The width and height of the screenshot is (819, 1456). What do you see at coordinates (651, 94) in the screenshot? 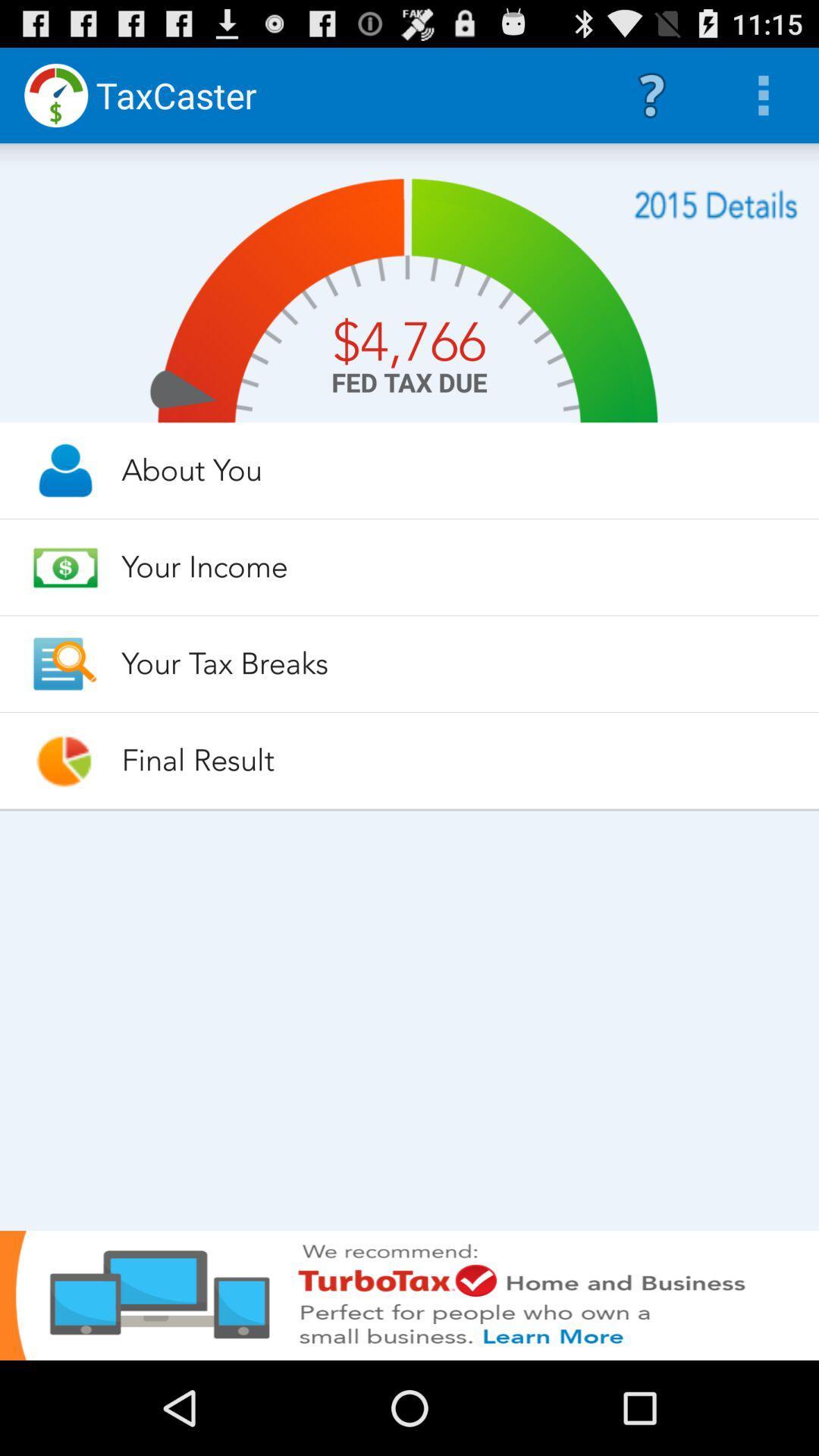
I see `the icon to the right of the taxcaster icon` at bounding box center [651, 94].